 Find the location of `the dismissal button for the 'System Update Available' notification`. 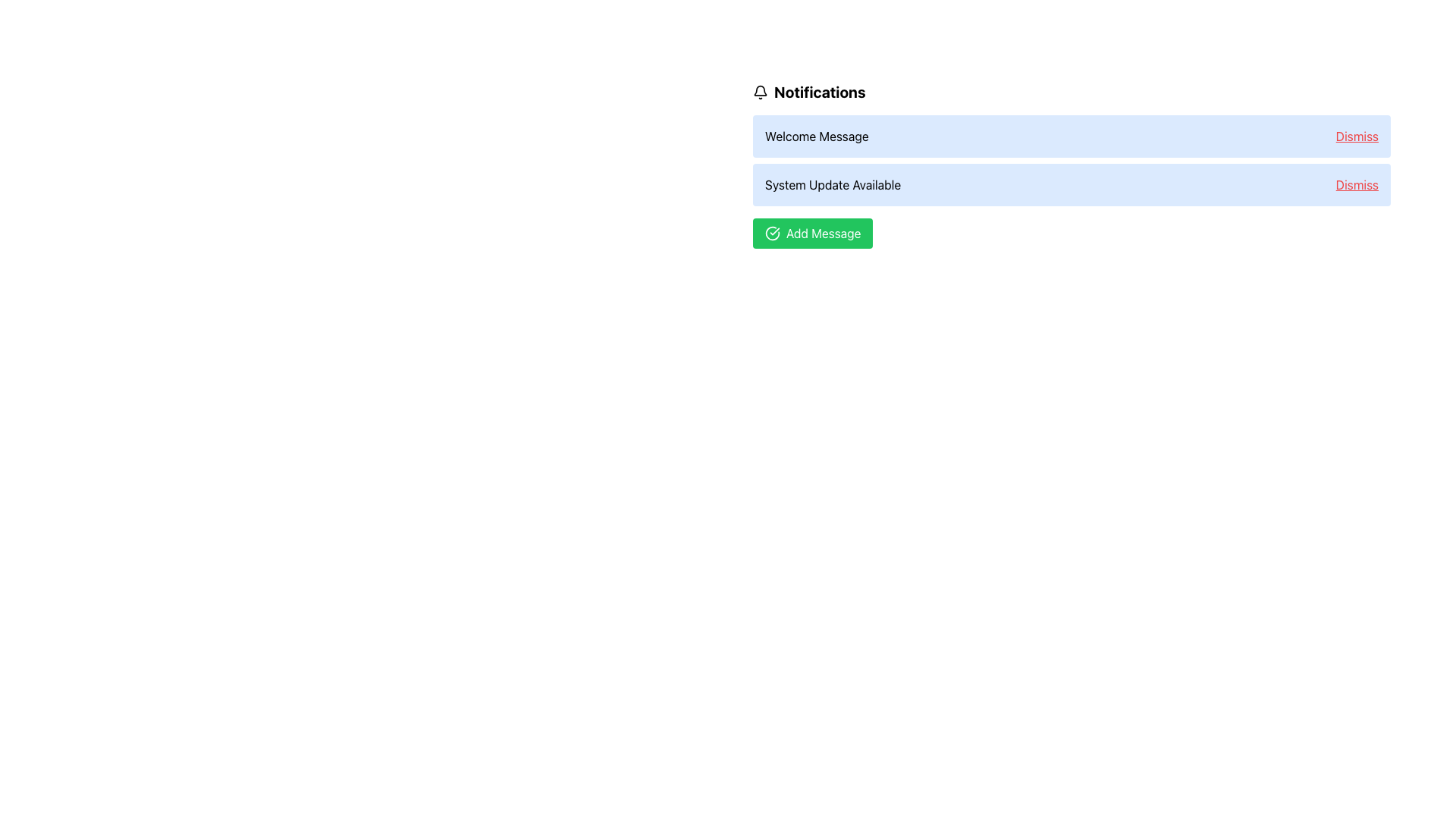

the dismissal button for the 'System Update Available' notification is located at coordinates (1357, 184).